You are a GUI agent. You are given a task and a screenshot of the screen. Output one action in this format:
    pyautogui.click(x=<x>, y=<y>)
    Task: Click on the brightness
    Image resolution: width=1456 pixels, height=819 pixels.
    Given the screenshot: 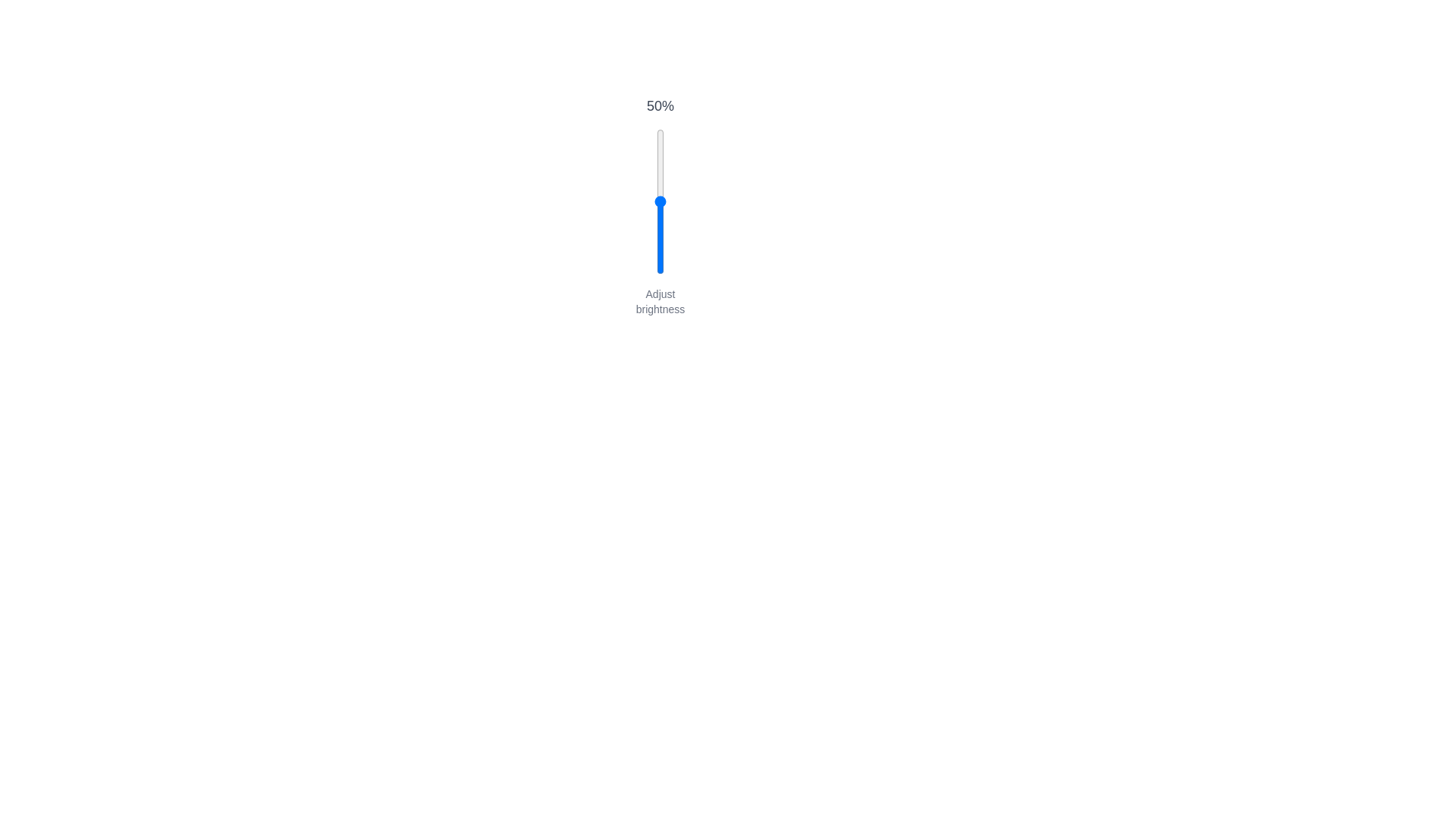 What is the action you would take?
    pyautogui.click(x=660, y=224)
    